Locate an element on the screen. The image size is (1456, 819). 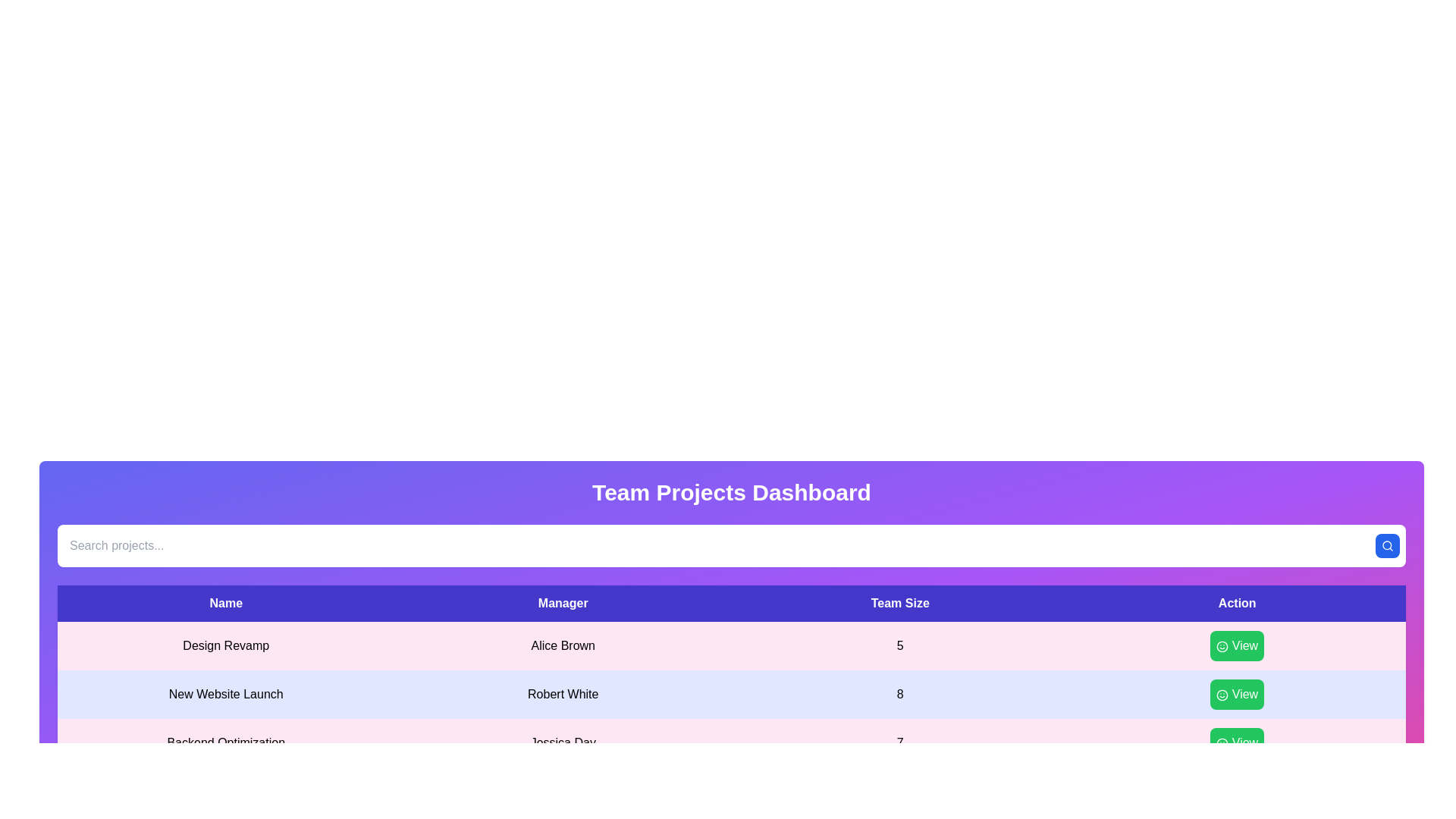
the text label that serves as the header for the 'Manager' column in the table, which is located at the top of the second column from the left is located at coordinates (562, 602).